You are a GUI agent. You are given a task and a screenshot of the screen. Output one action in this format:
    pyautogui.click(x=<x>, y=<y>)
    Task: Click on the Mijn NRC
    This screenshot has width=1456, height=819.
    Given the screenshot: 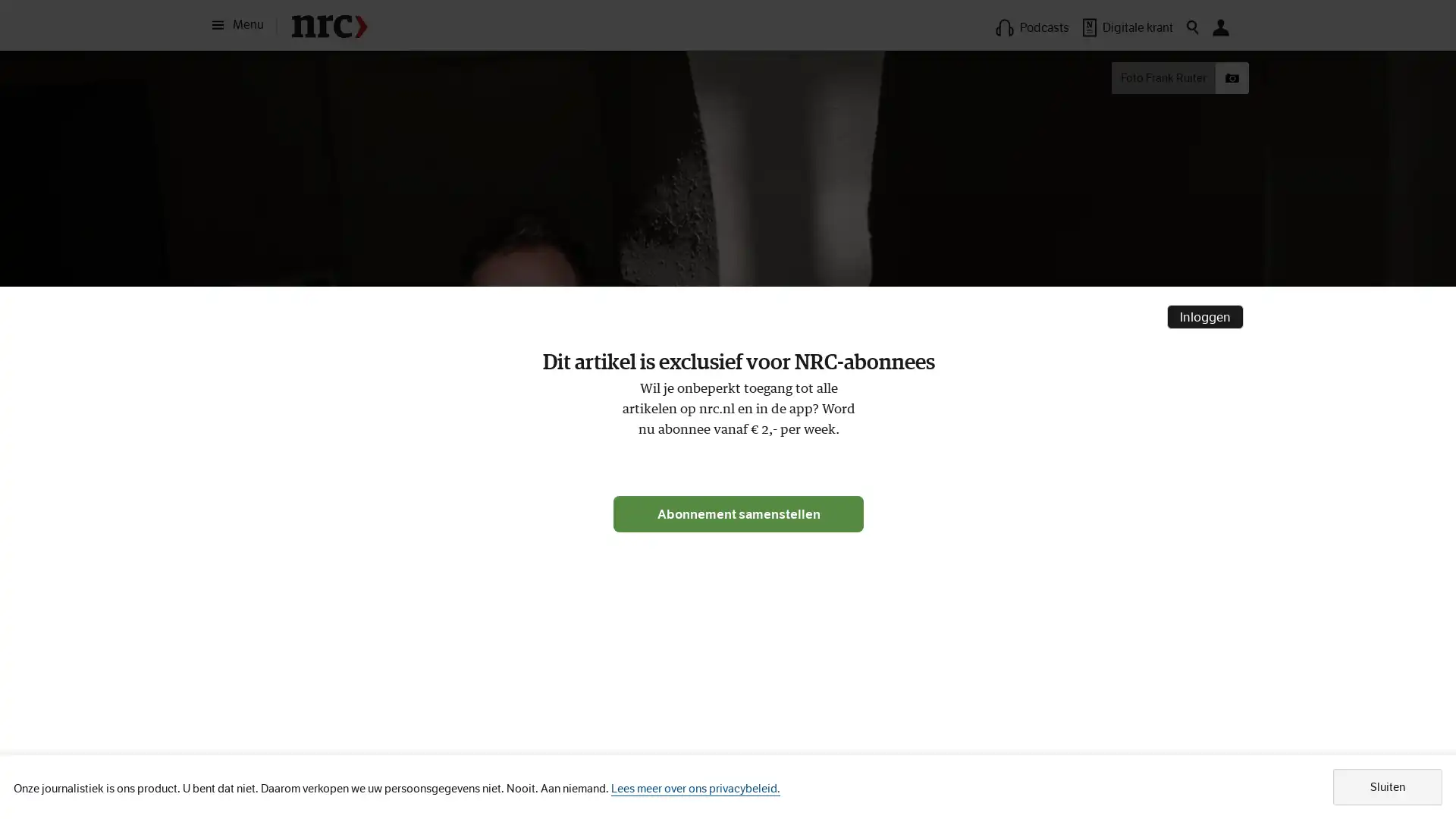 What is the action you would take?
    pyautogui.click(x=1220, y=27)
    